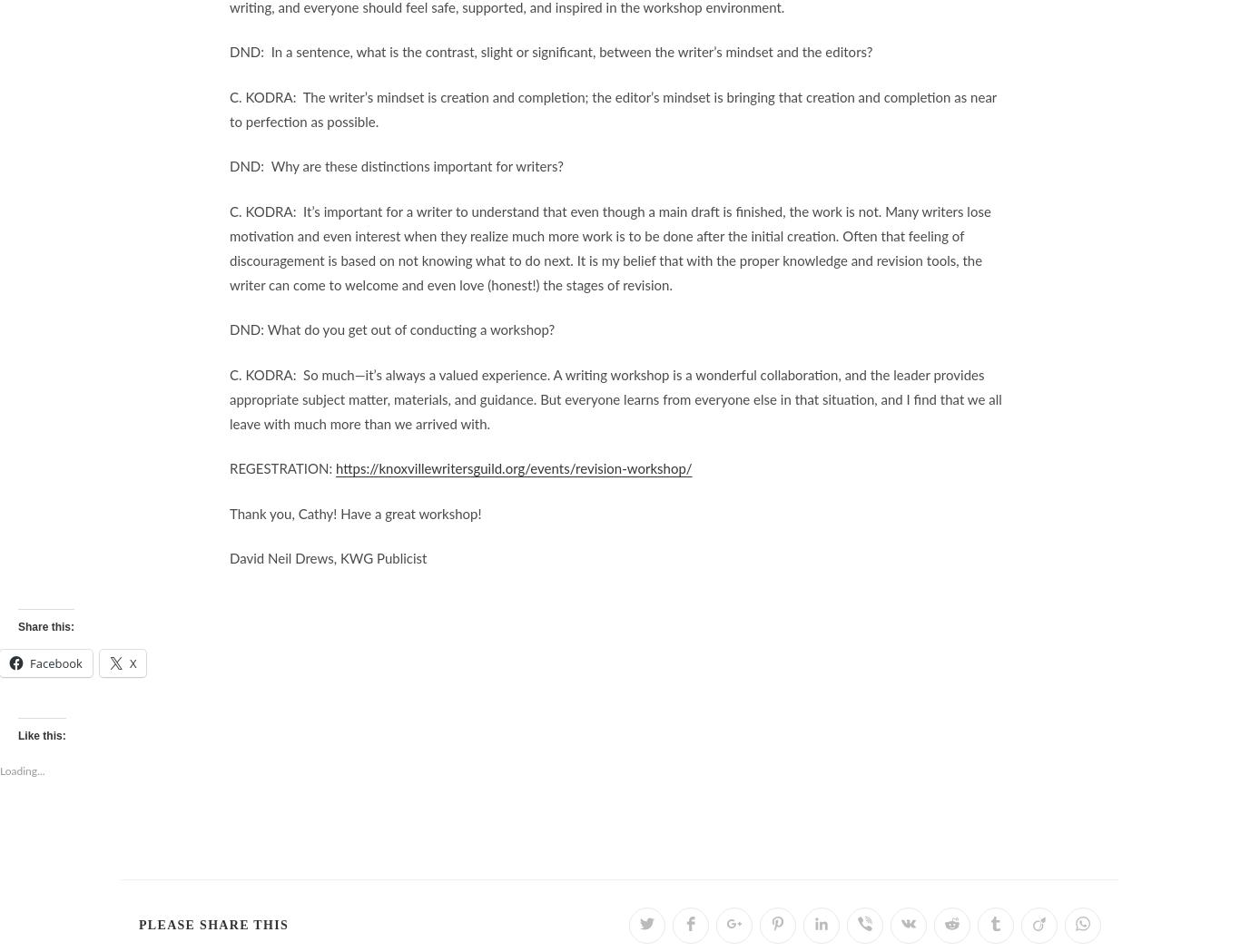 The height and width of the screenshot is (952, 1240). What do you see at coordinates (213, 924) in the screenshot?
I see `'Please Share This'` at bounding box center [213, 924].